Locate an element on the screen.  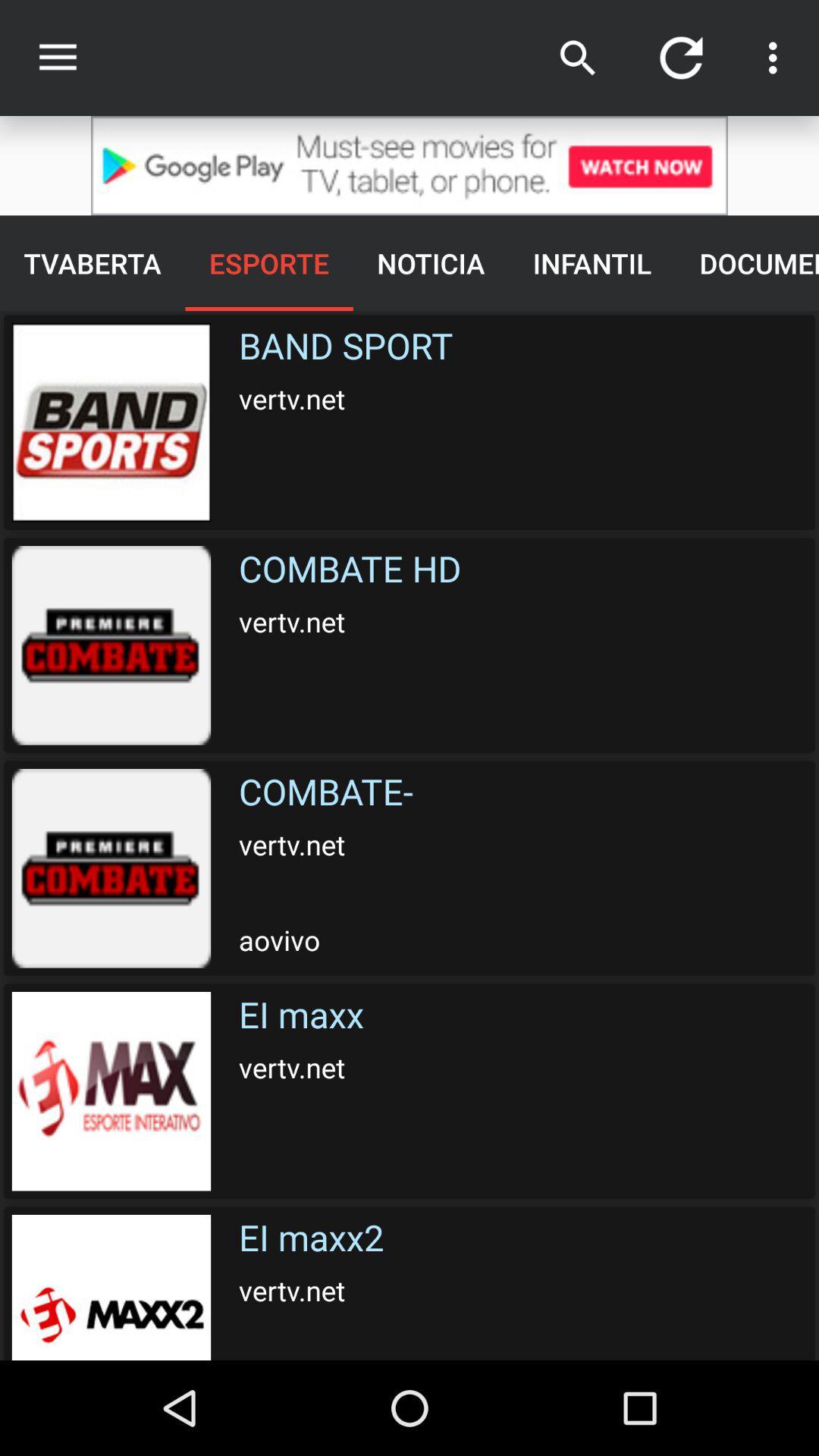
the refresh button is located at coordinates (680, 58).